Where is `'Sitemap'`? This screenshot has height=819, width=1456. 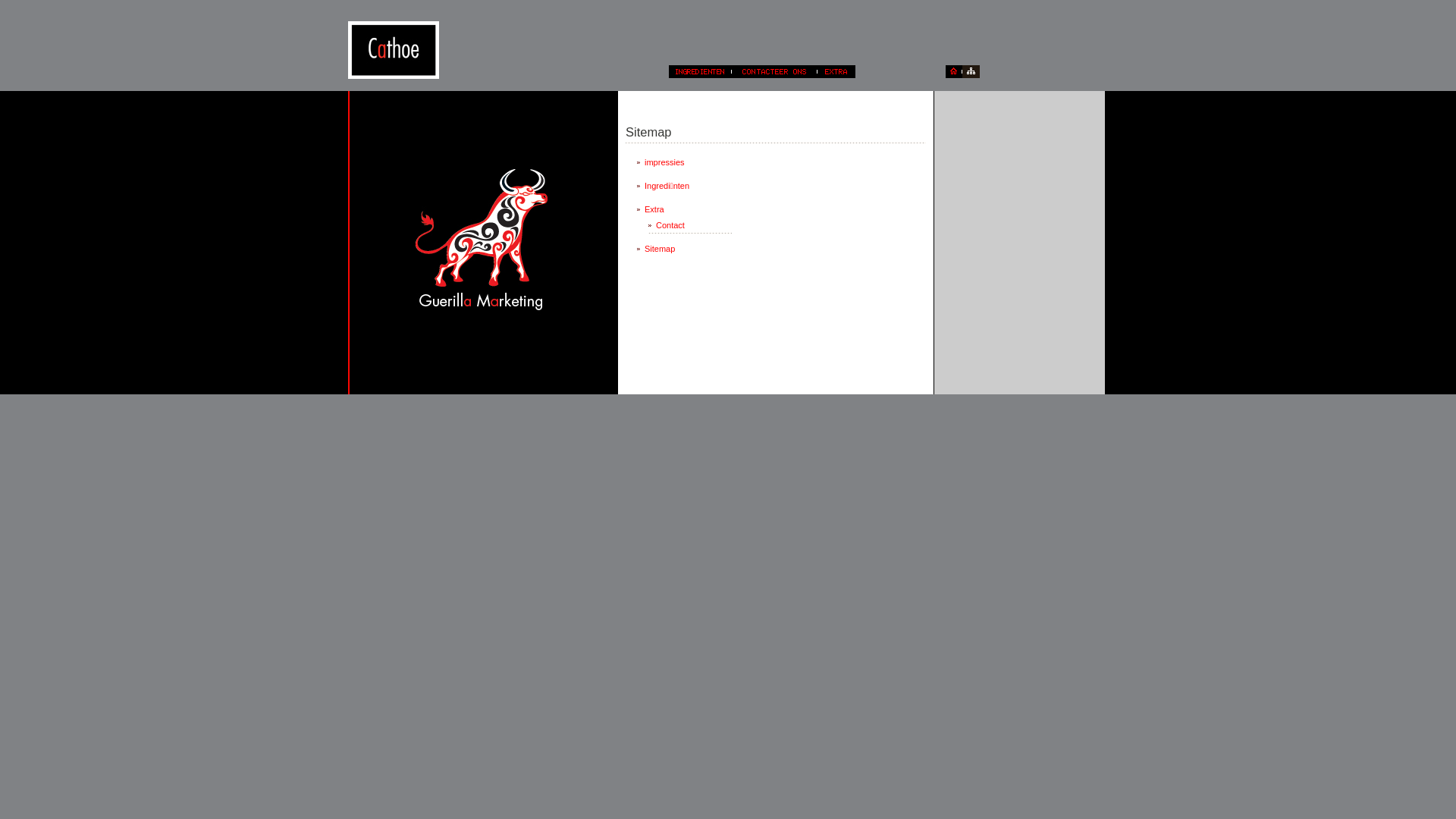
'Sitemap' is located at coordinates (677, 247).